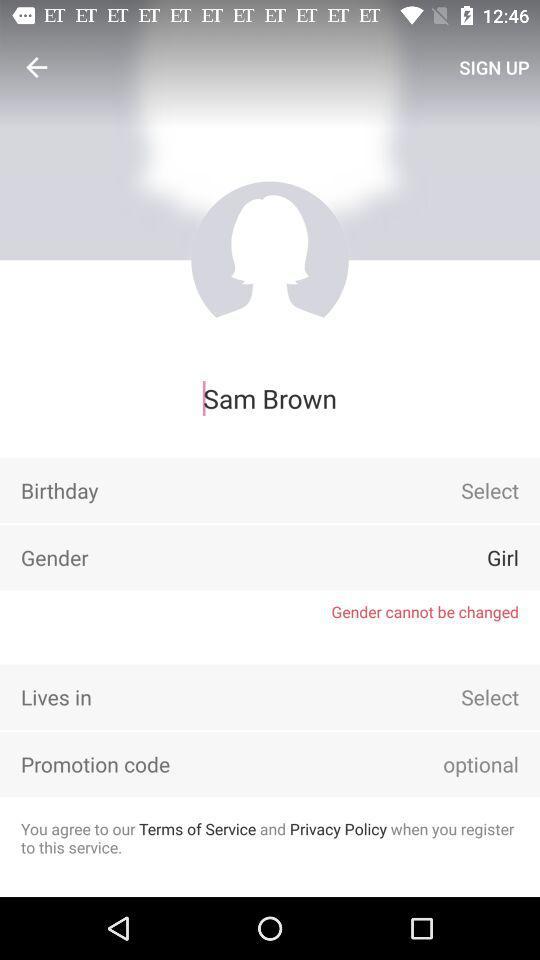 The image size is (540, 960). Describe the element at coordinates (493, 67) in the screenshot. I see `sign up item` at that location.